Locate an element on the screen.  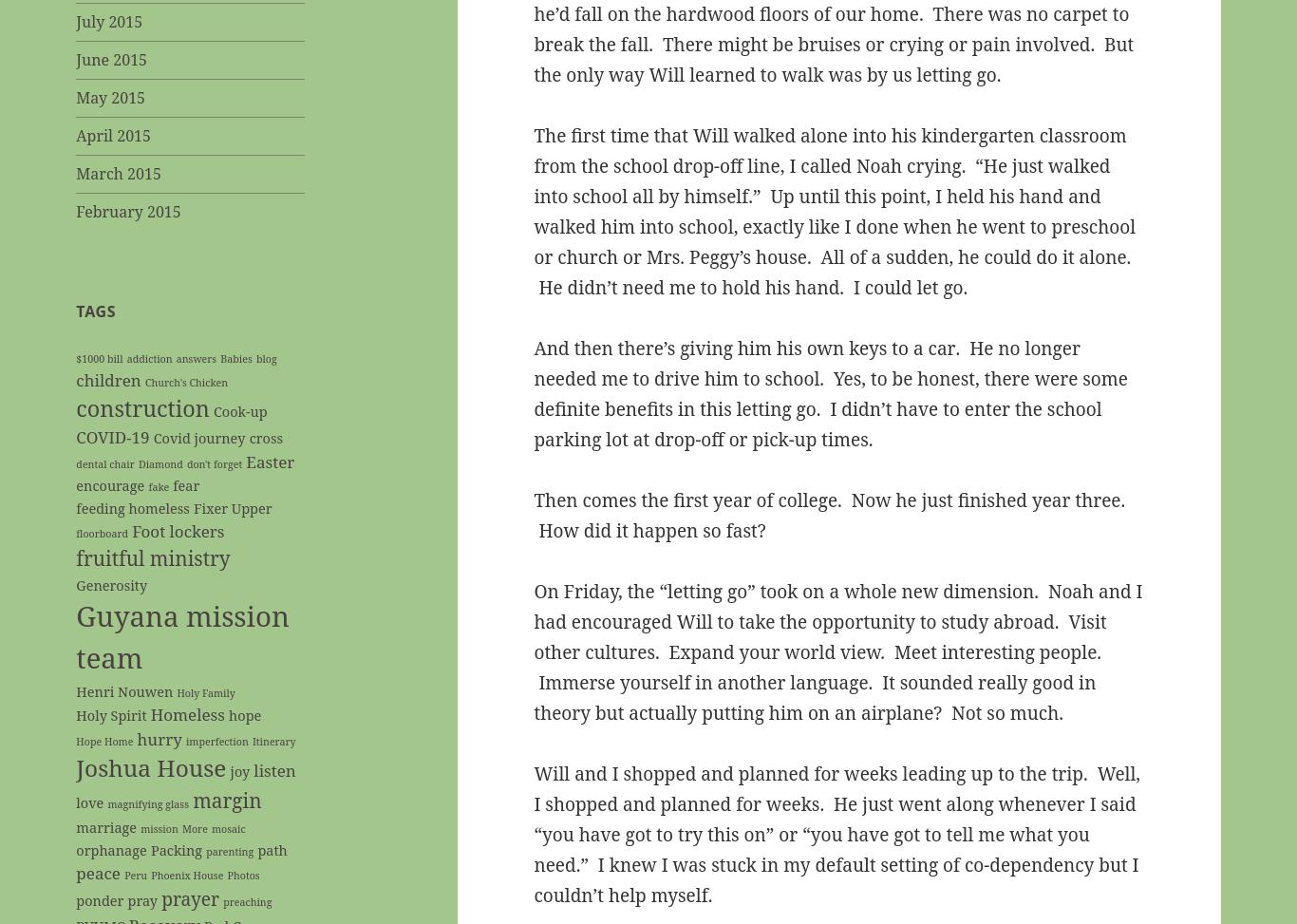
'March 2015' is located at coordinates (76, 174).